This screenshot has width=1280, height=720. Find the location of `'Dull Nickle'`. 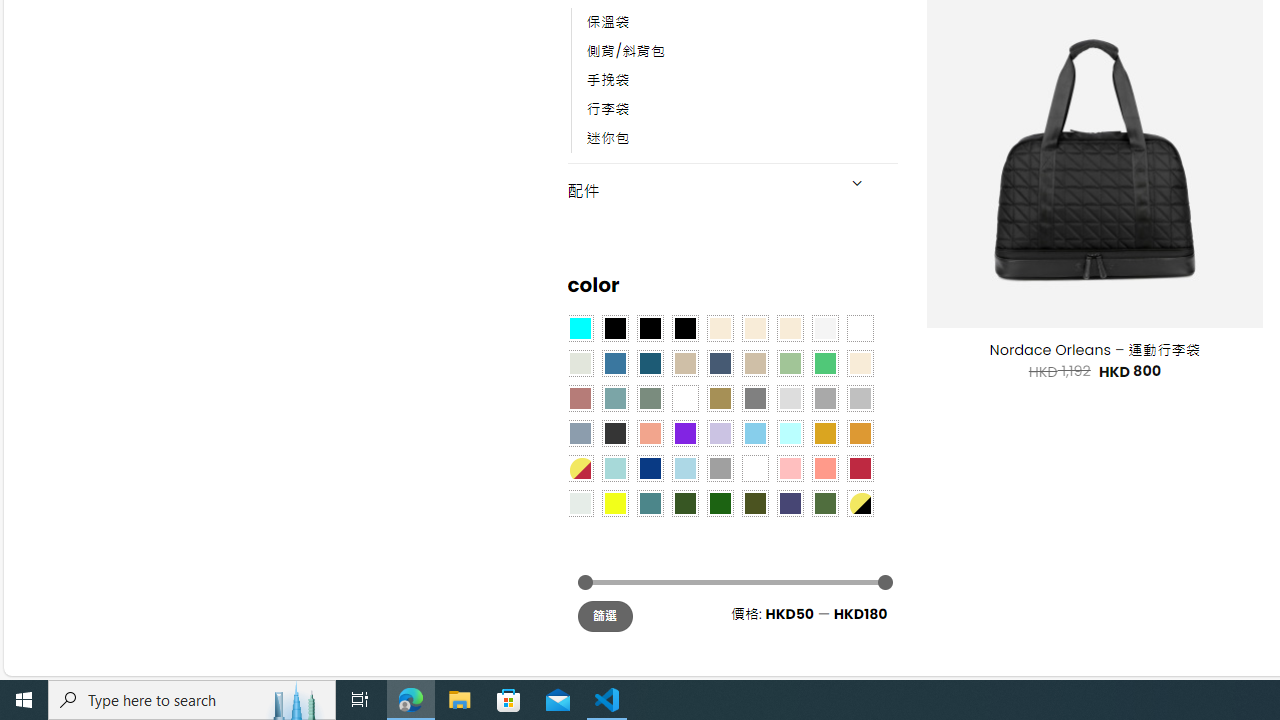

'Dull Nickle' is located at coordinates (578, 502).